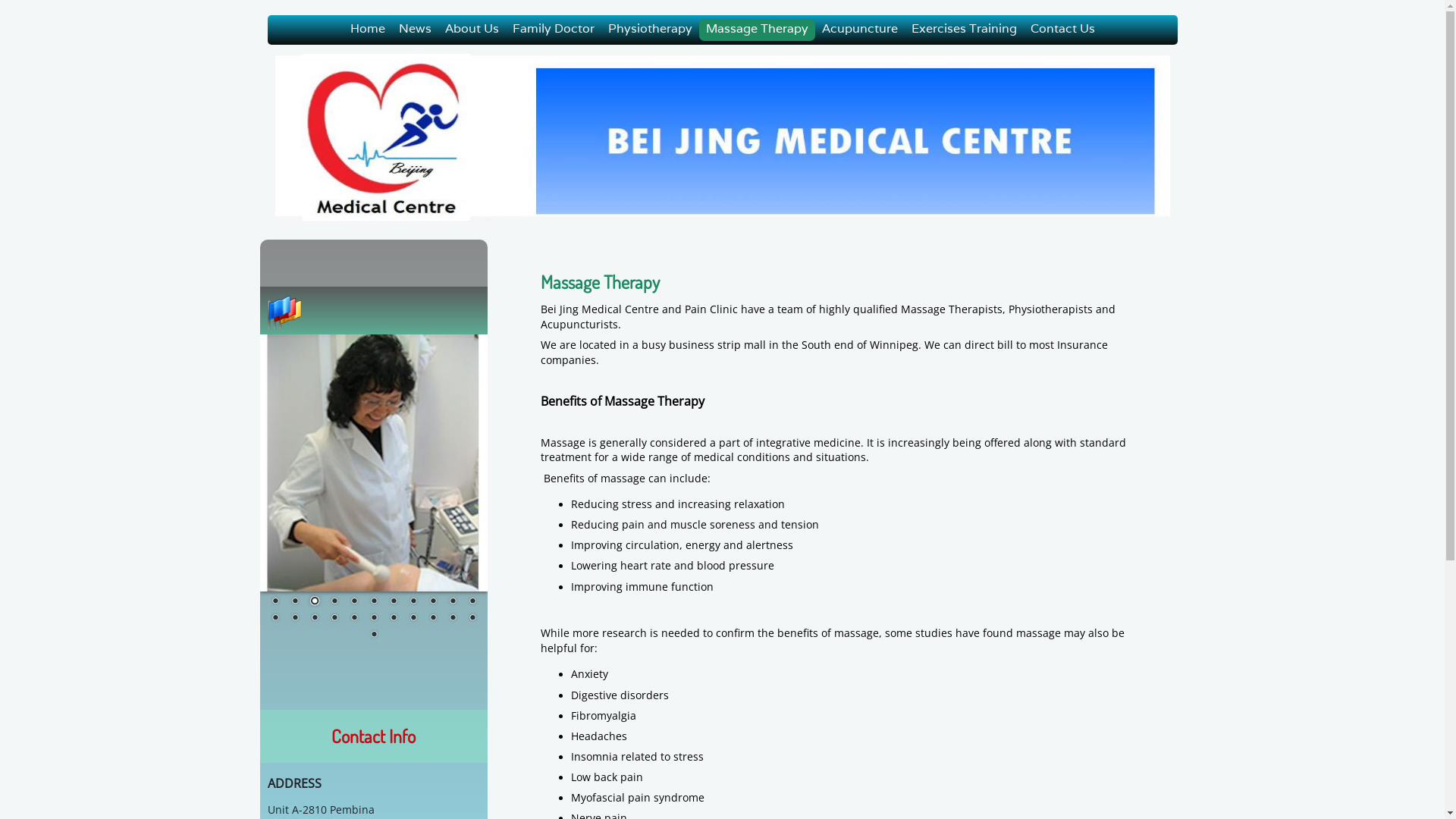  Describe the element at coordinates (353, 601) in the screenshot. I see `'5'` at that location.